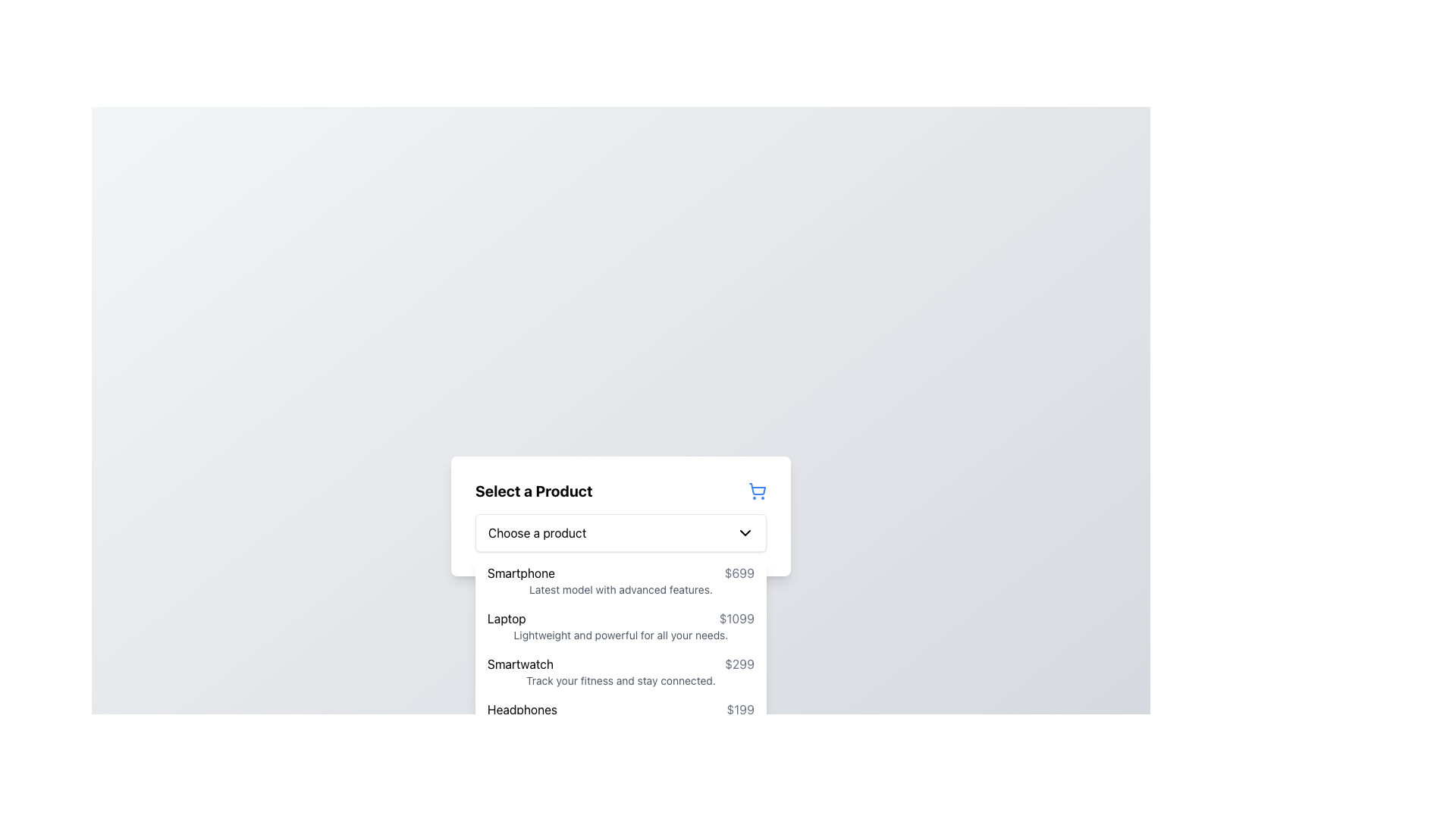 This screenshot has height=819, width=1456. I want to click on the product information element displaying 'Smartphone' priced at '$699', which is the first item in the dropdown list of the 'Select a Product' section, so click(621, 573).